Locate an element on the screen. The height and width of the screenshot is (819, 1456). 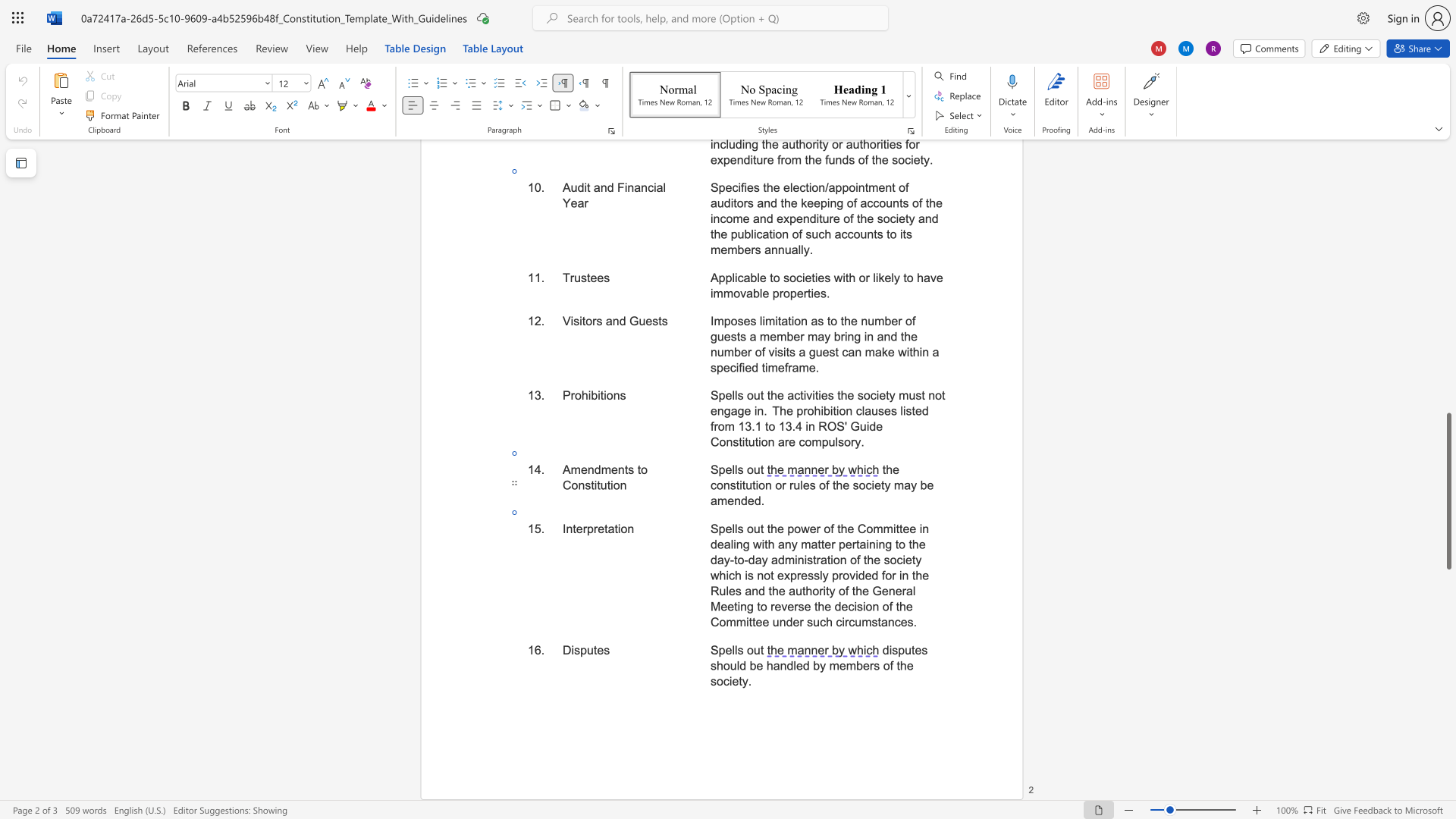
the space between the continuous character "C" and "o" in the text is located at coordinates (570, 485).